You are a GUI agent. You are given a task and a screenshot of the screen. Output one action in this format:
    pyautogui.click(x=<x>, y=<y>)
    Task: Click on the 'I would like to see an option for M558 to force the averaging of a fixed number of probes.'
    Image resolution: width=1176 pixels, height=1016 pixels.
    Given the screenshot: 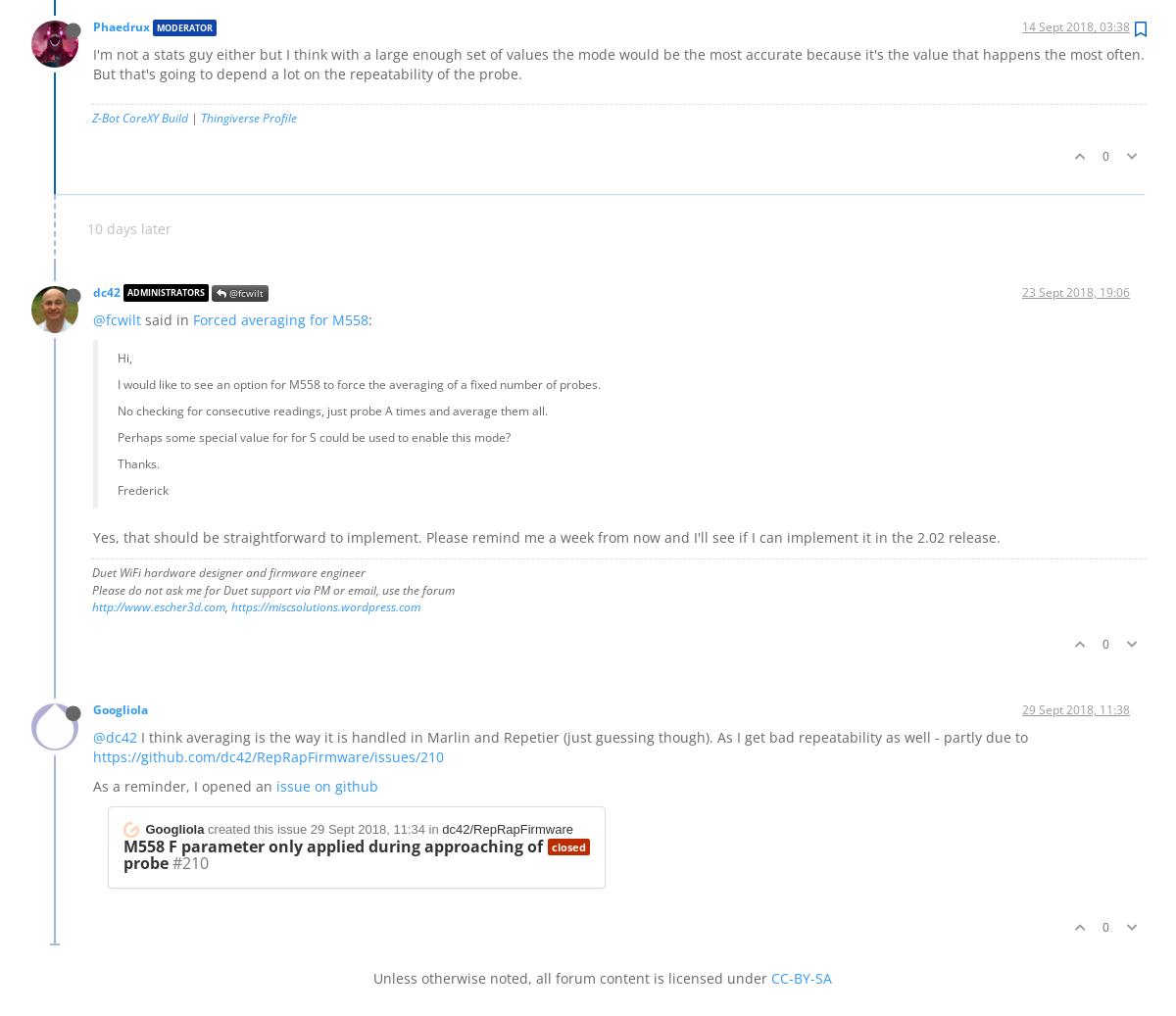 What is the action you would take?
    pyautogui.click(x=359, y=382)
    